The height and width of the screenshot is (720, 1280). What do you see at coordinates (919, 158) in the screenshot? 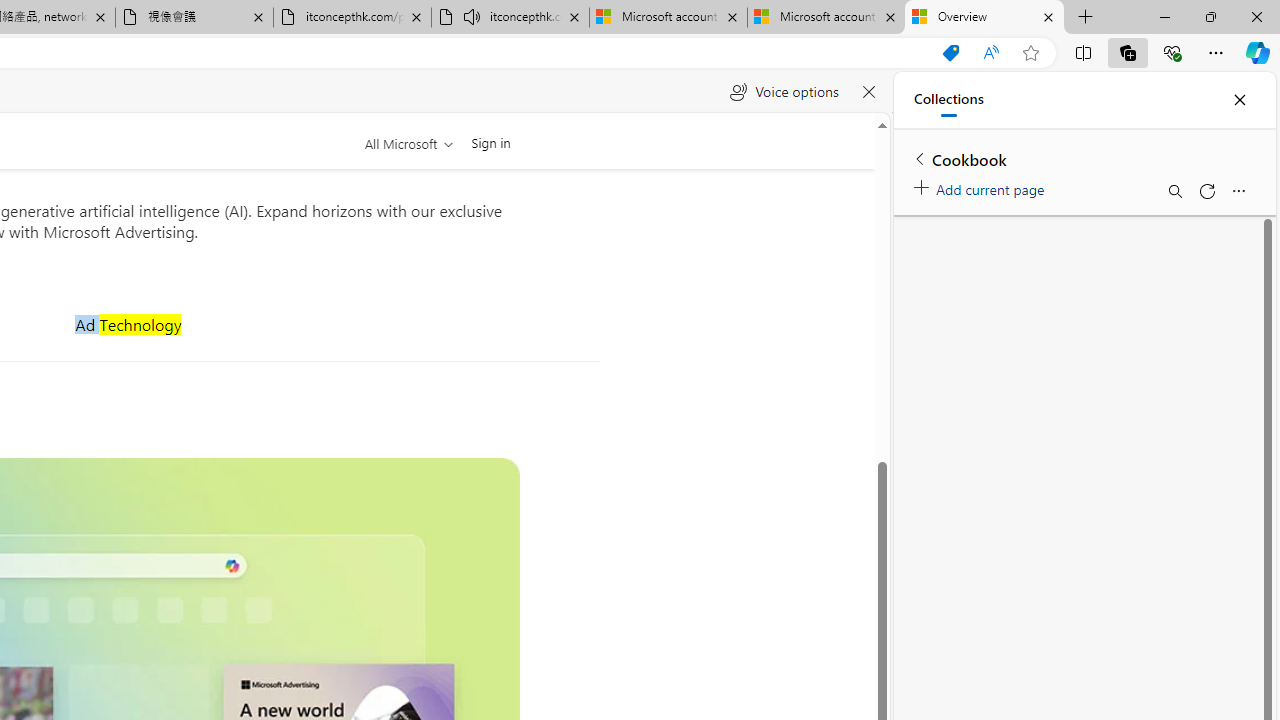
I see `'Back to list of collections'` at bounding box center [919, 158].